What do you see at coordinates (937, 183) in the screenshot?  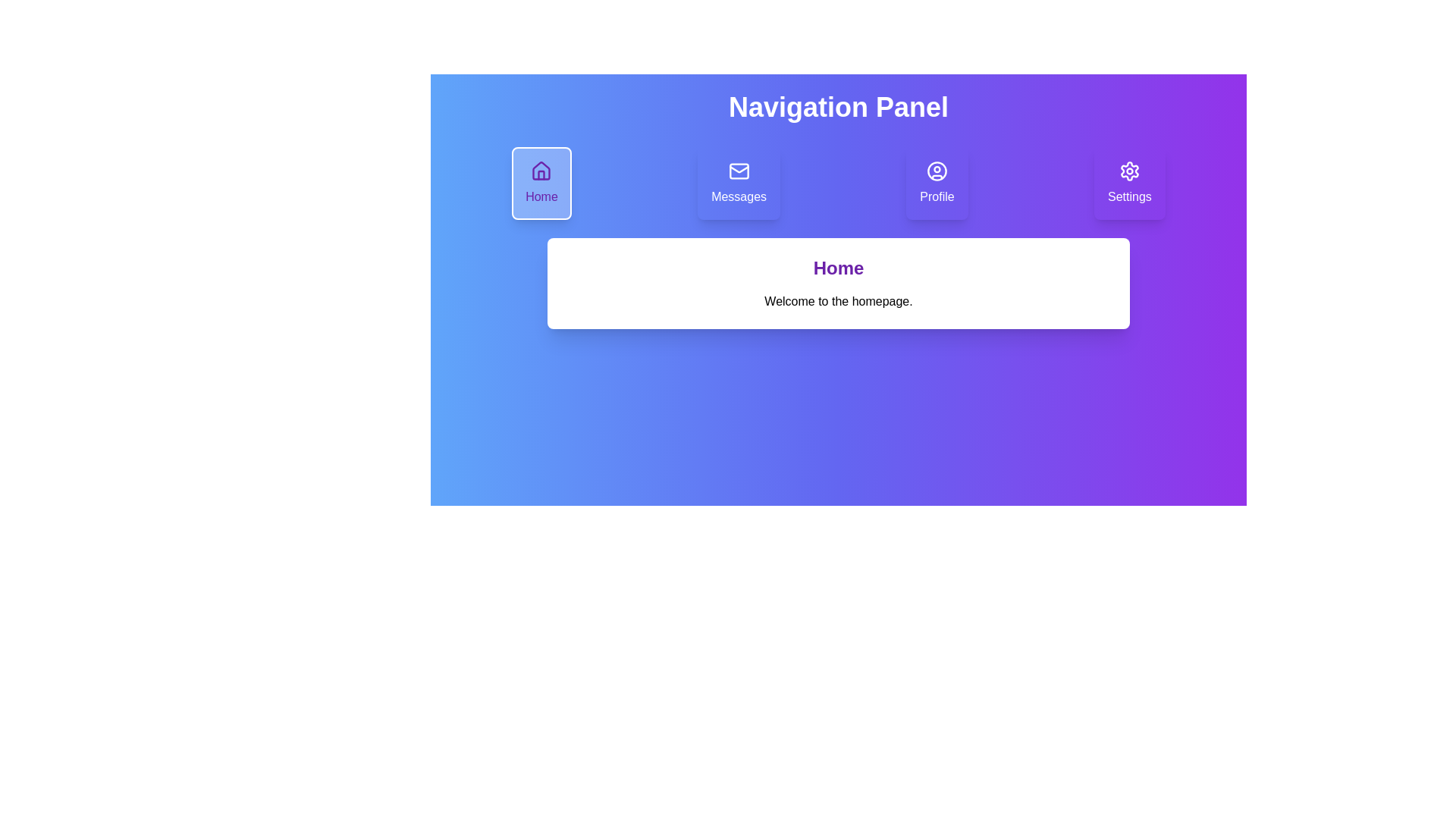 I see `the Profile tab` at bounding box center [937, 183].